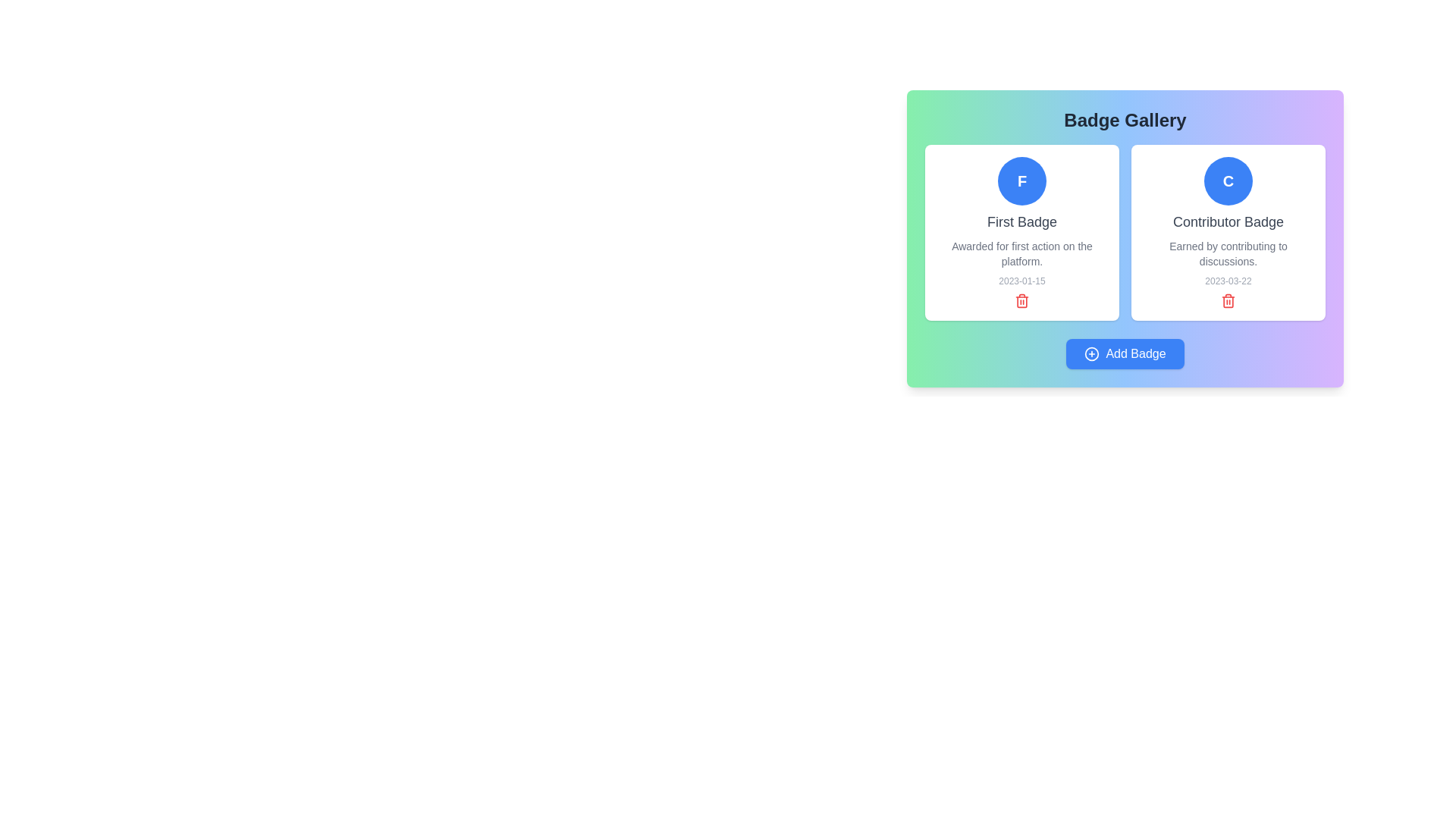  What do you see at coordinates (1228, 233) in the screenshot?
I see `the 'Contributor Badge' card, which is the second badge card in the top right corner of the badge section, located to the right of the 'First Badge' card` at bounding box center [1228, 233].